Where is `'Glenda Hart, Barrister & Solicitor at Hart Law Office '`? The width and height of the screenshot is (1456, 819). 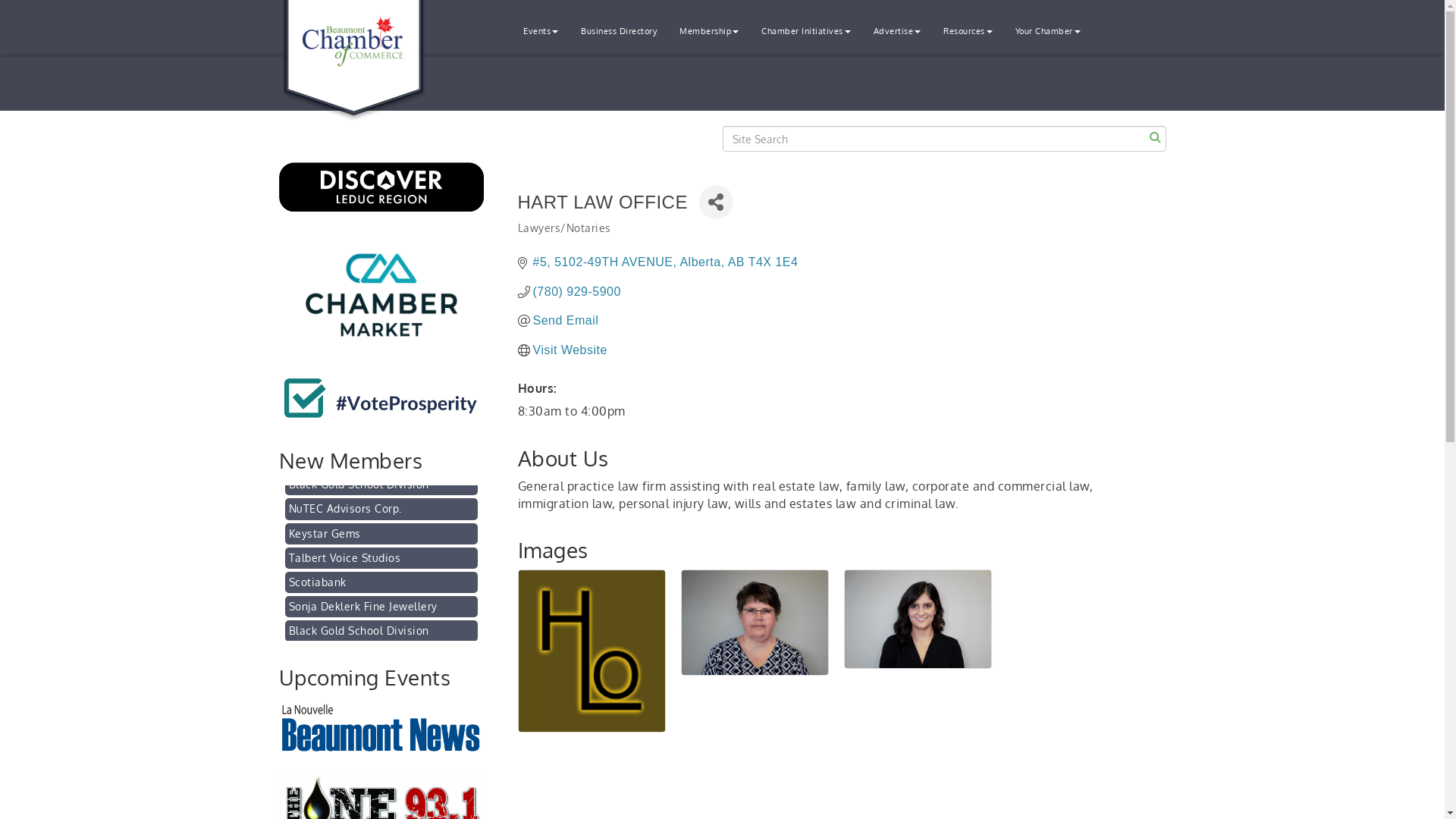
'Glenda Hart, Barrister & Solicitor at Hart Law Office ' is located at coordinates (754, 623).